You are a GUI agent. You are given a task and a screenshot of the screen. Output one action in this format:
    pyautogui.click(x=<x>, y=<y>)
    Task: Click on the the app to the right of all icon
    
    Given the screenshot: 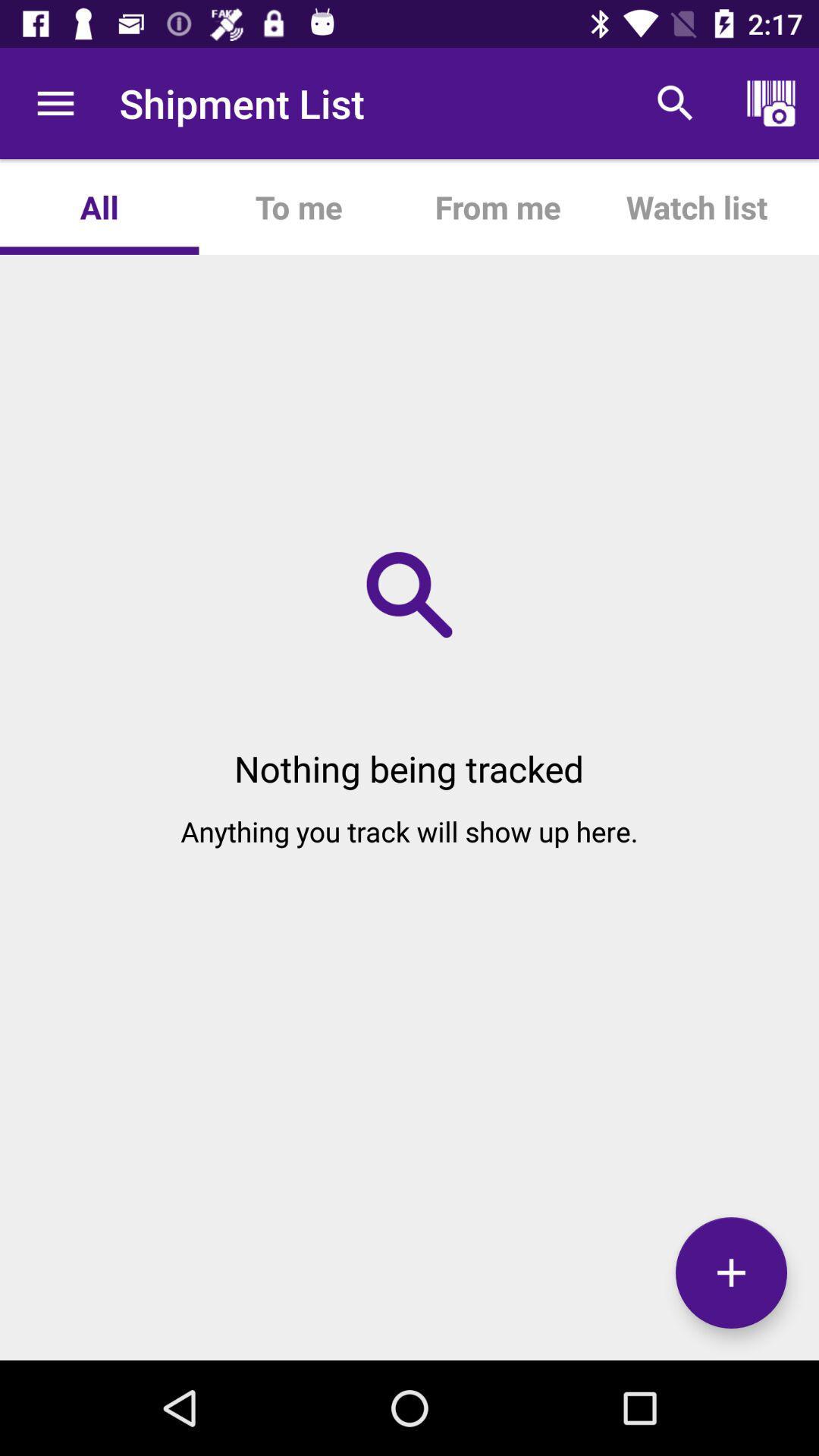 What is the action you would take?
    pyautogui.click(x=298, y=206)
    